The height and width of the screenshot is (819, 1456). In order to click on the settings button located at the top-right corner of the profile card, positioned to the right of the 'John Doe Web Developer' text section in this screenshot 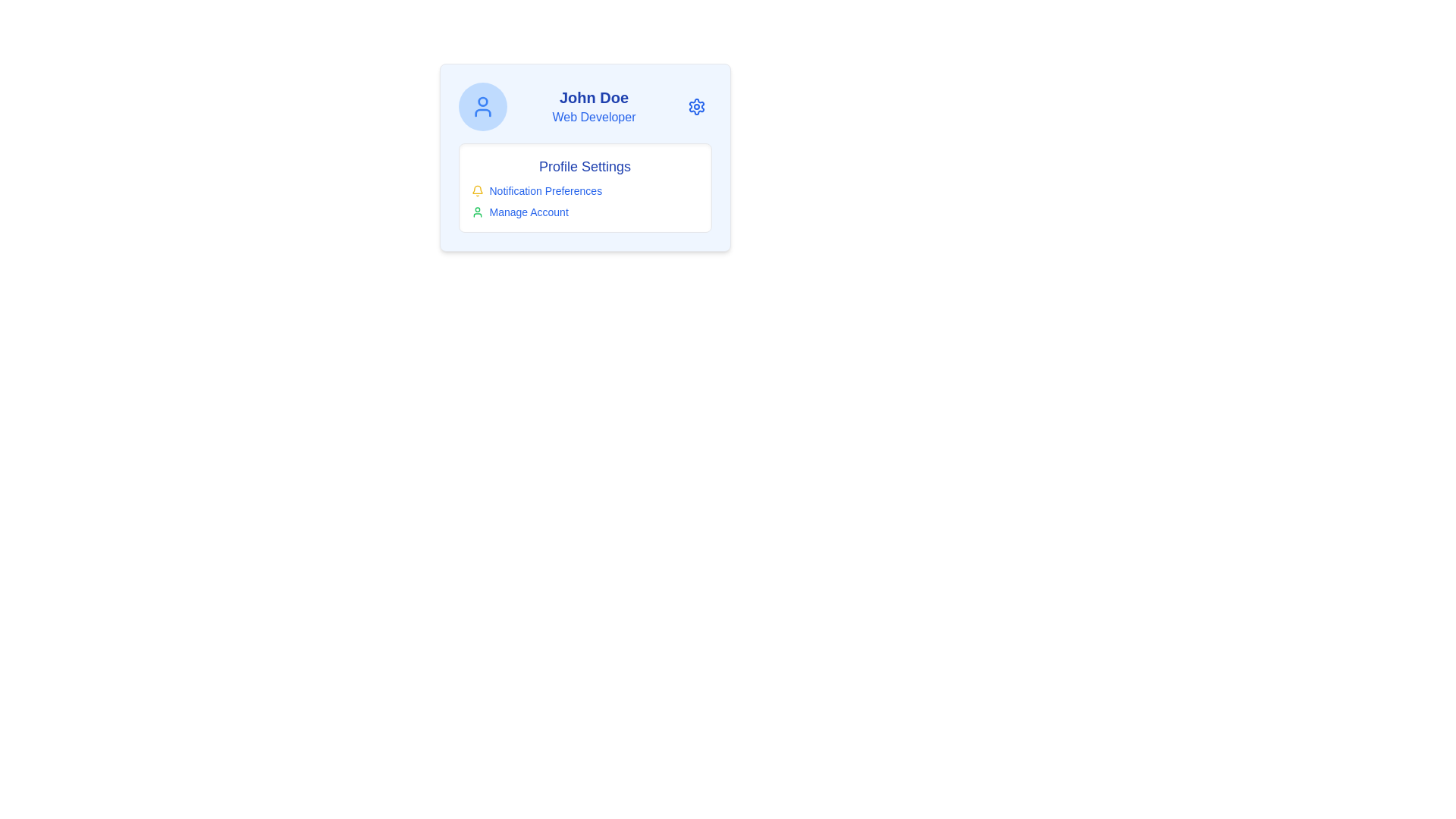, I will do `click(695, 106)`.